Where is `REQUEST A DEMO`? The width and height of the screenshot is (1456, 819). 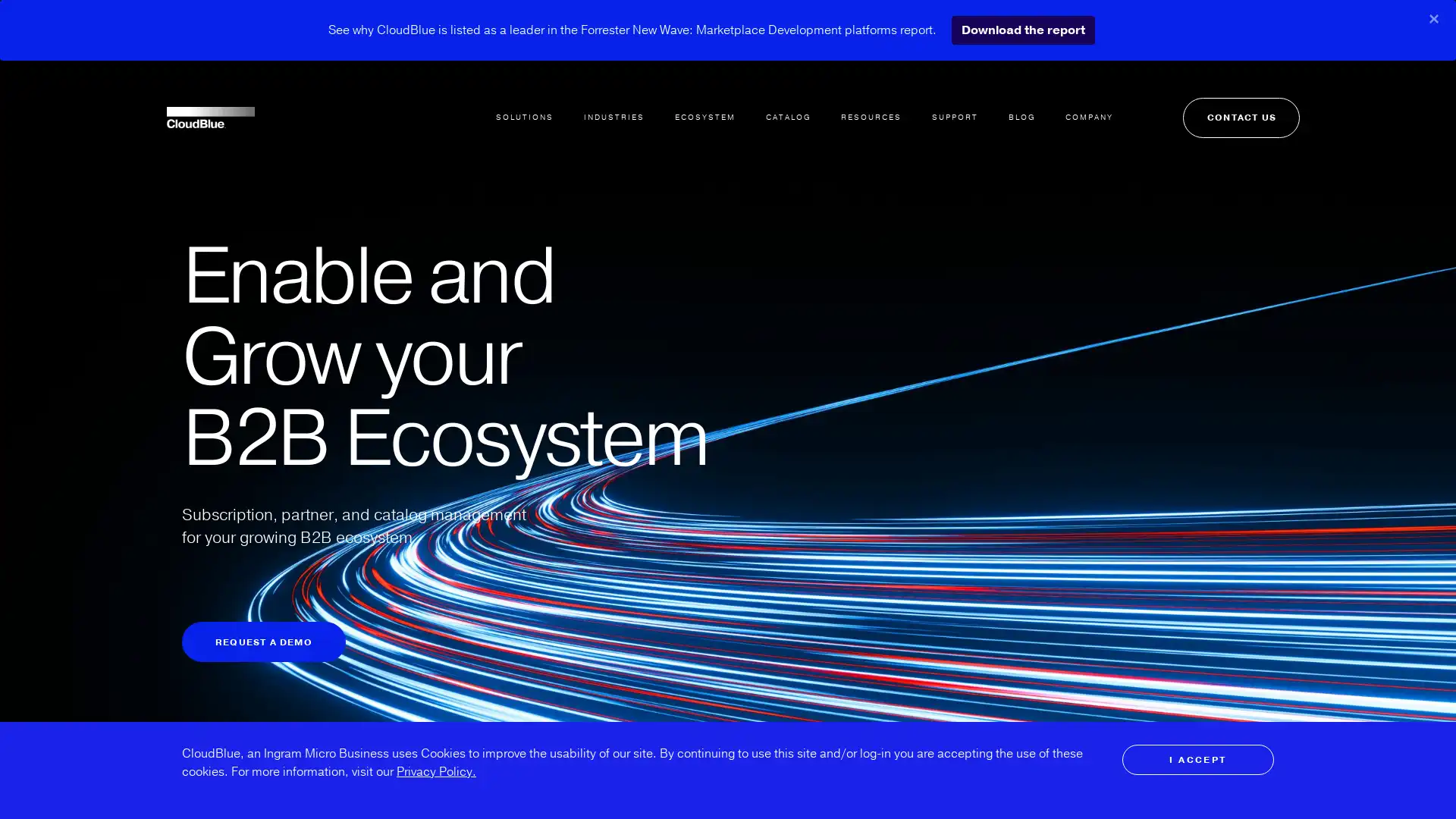 REQUEST A DEMO is located at coordinates (263, 642).